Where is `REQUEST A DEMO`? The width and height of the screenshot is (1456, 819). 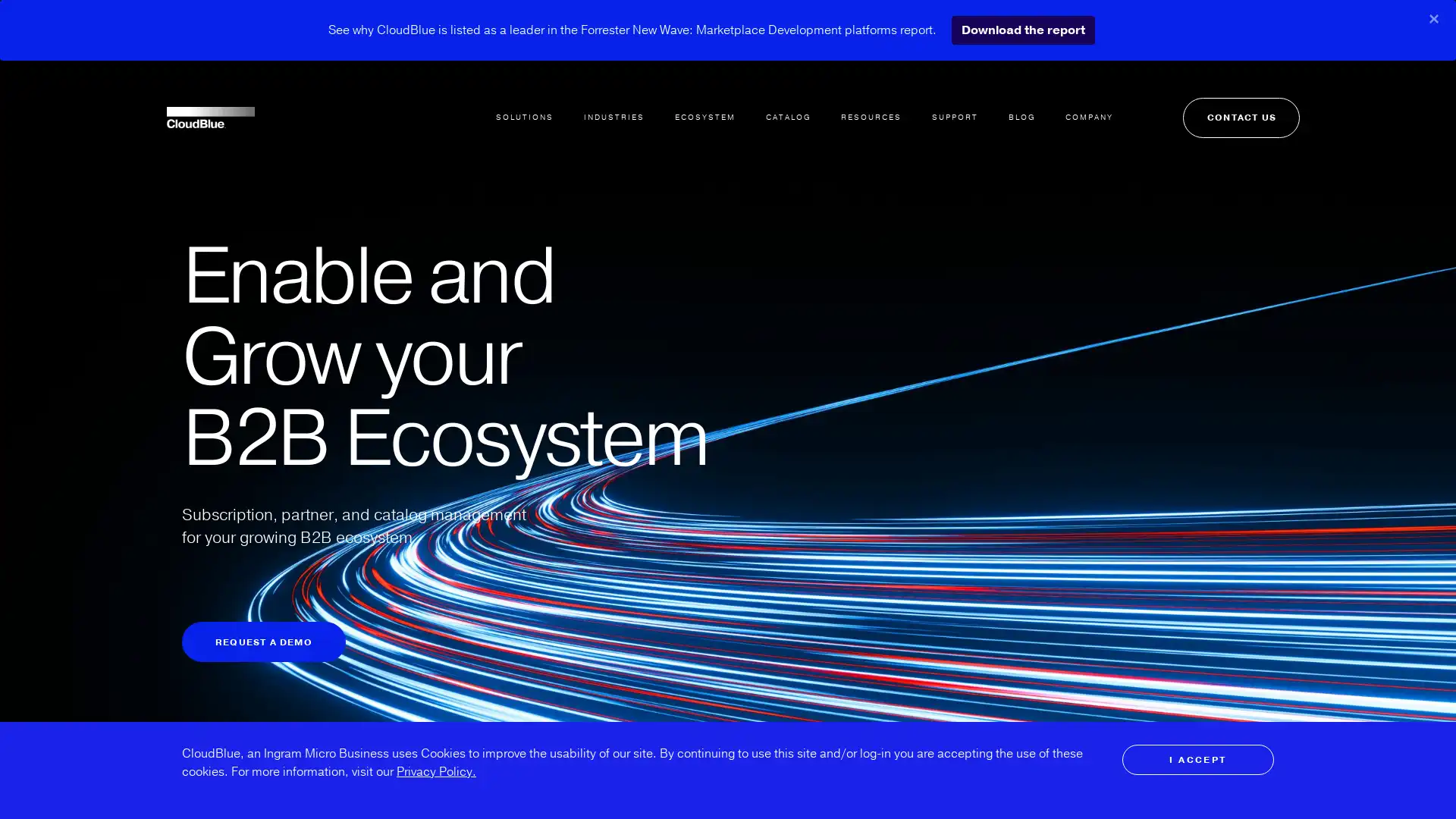 REQUEST A DEMO is located at coordinates (263, 642).